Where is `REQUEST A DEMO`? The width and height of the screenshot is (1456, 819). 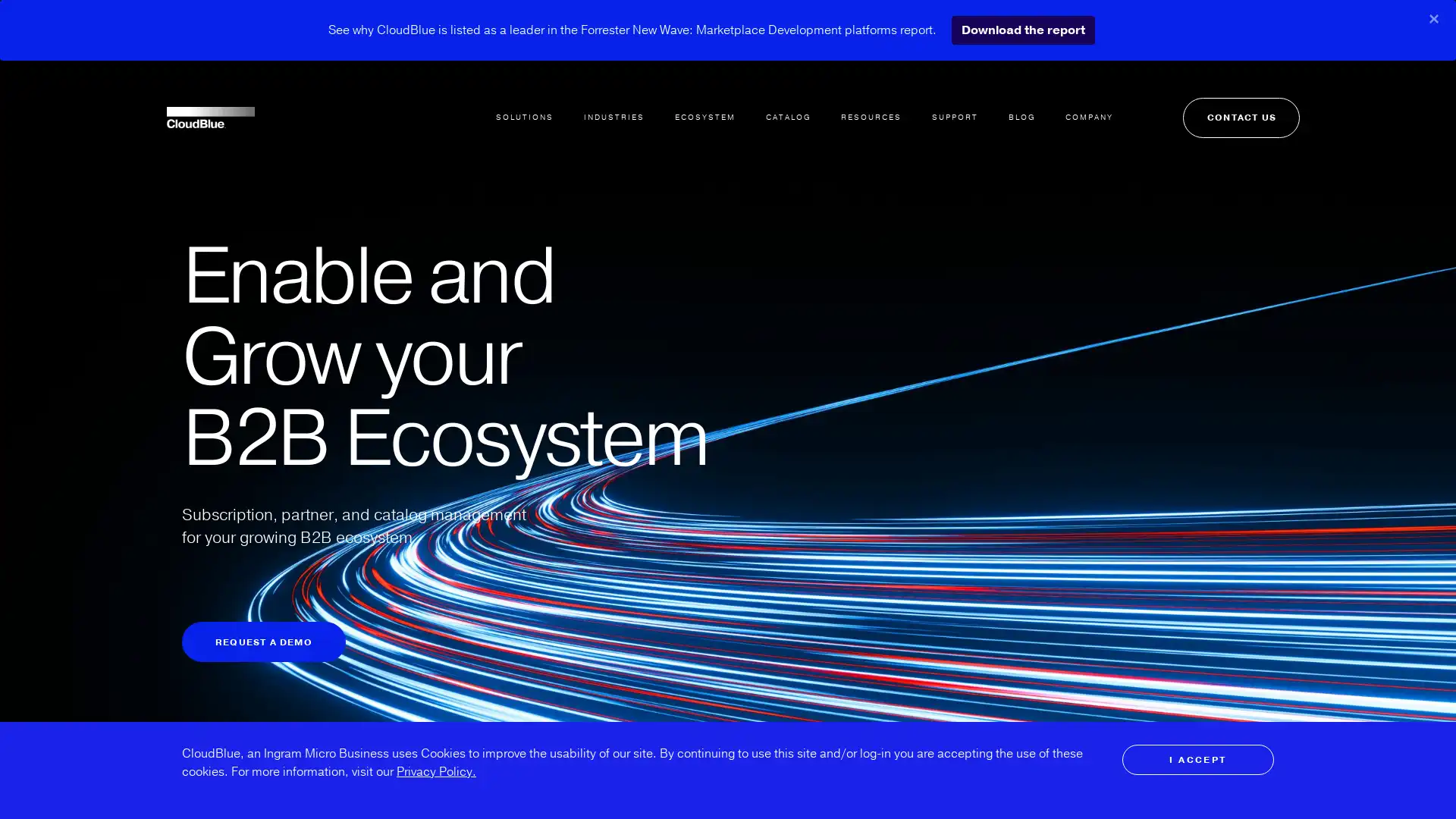 REQUEST A DEMO is located at coordinates (263, 642).